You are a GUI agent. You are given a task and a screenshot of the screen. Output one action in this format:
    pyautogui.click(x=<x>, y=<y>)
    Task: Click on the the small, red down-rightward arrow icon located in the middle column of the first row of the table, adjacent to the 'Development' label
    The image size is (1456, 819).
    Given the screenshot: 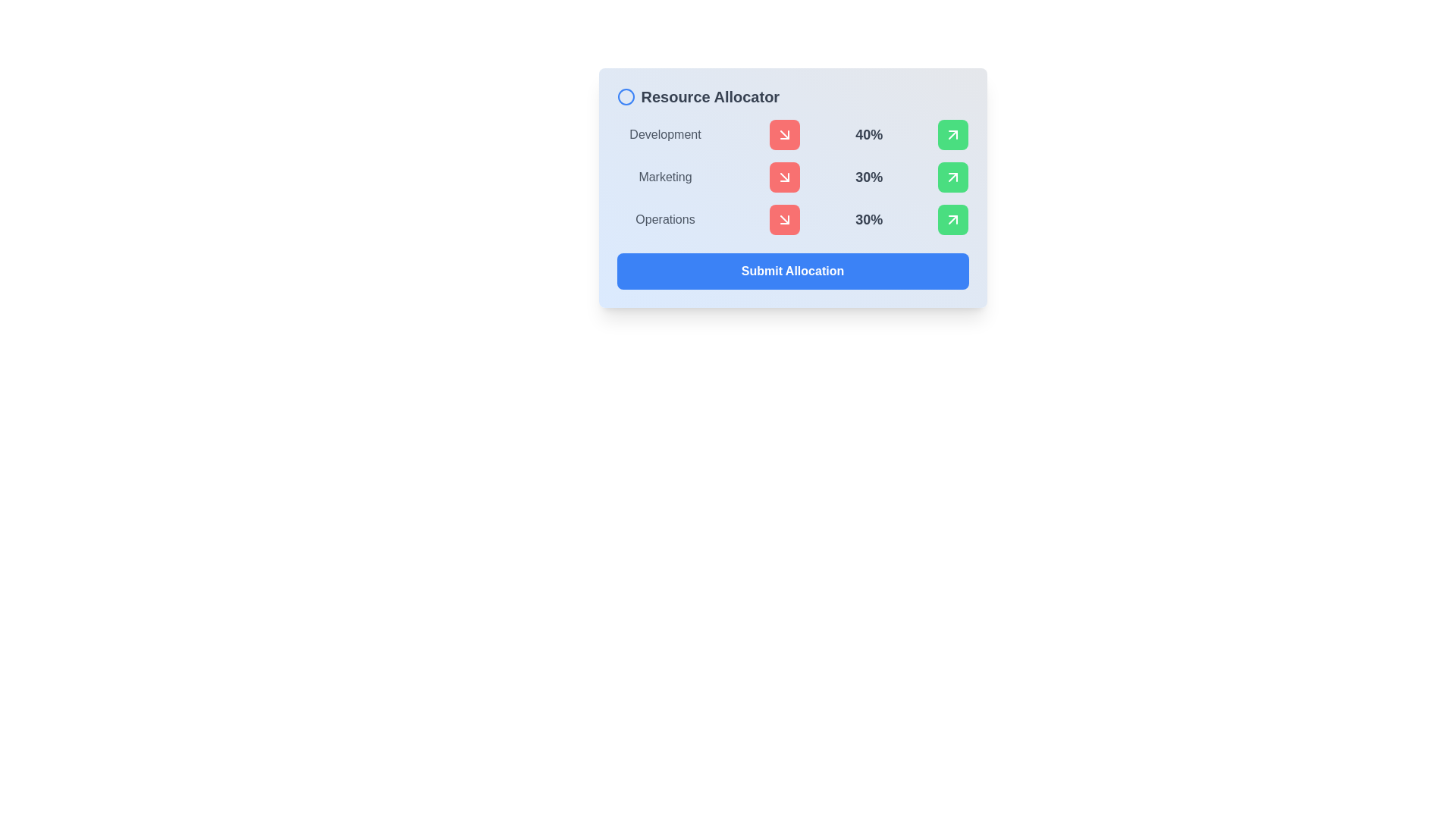 What is the action you would take?
    pyautogui.click(x=784, y=133)
    